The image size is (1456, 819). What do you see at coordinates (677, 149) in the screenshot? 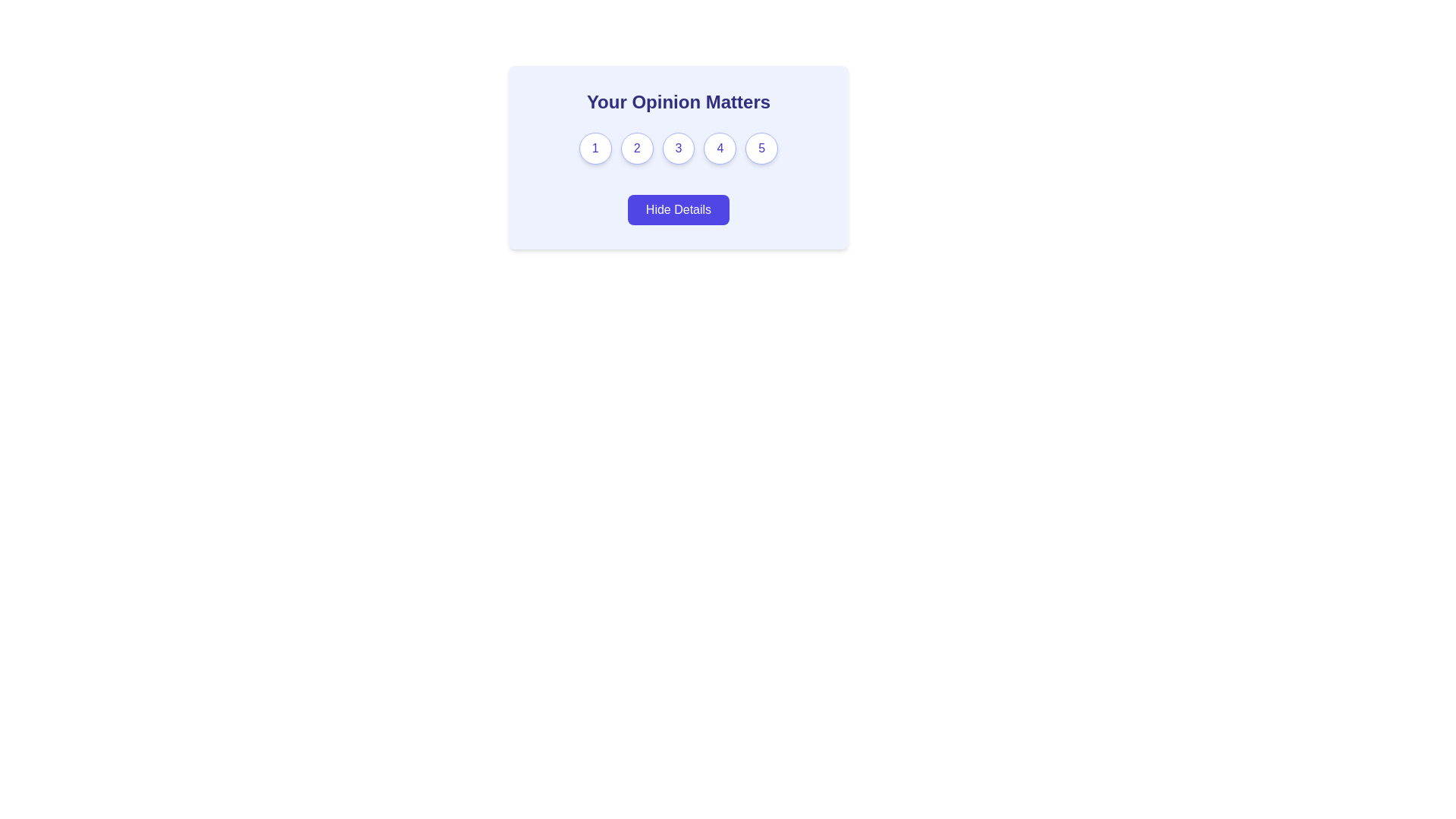
I see `the circular button displaying '3' with a white background and indigo border` at bounding box center [677, 149].